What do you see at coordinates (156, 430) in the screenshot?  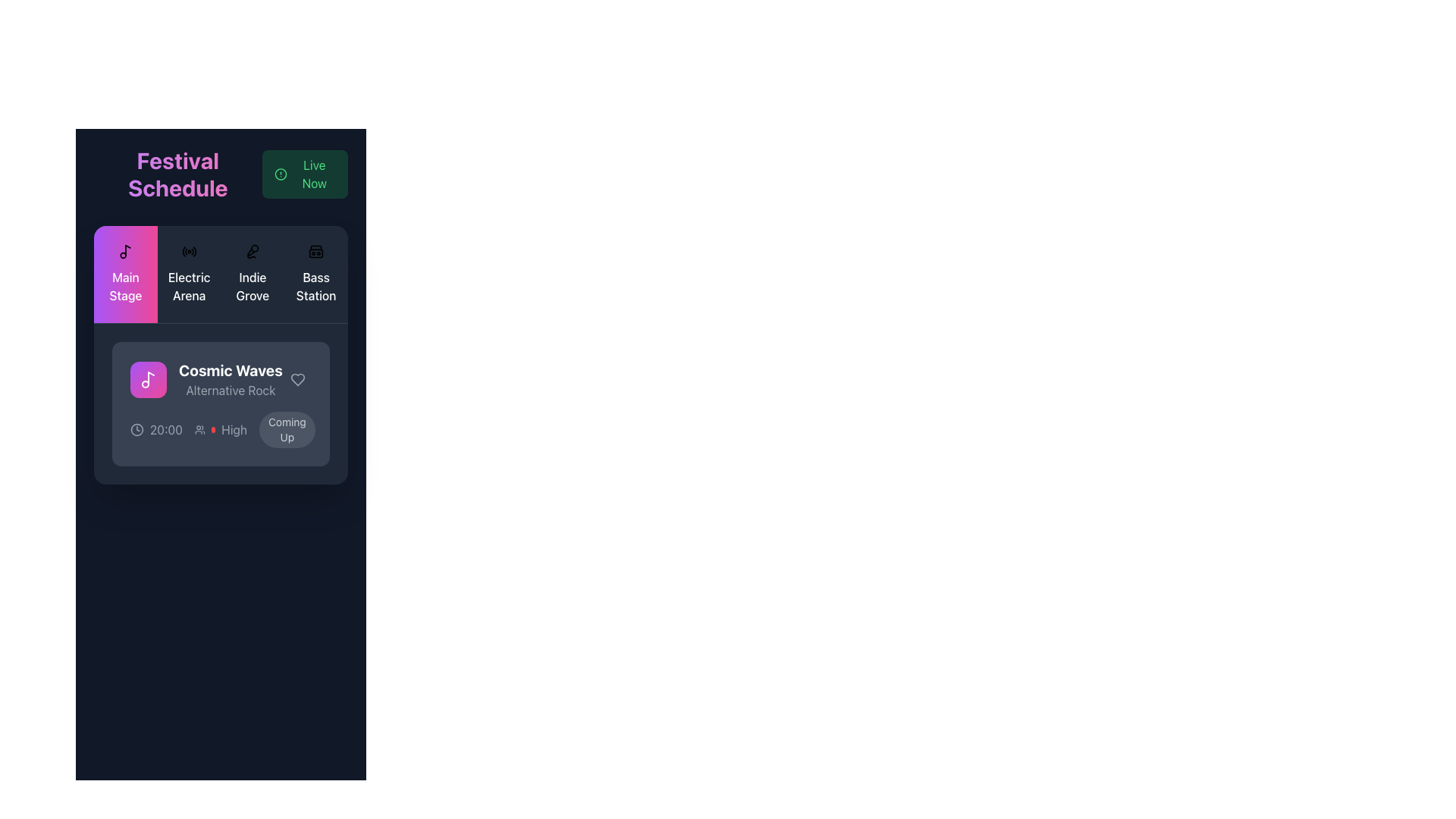 I see `the Time indicator showing '20:00' with an associated clock icon, the leftmost item in the horizontal row beneath the event 'Cosmic Waves: Alternative Rock'` at bounding box center [156, 430].